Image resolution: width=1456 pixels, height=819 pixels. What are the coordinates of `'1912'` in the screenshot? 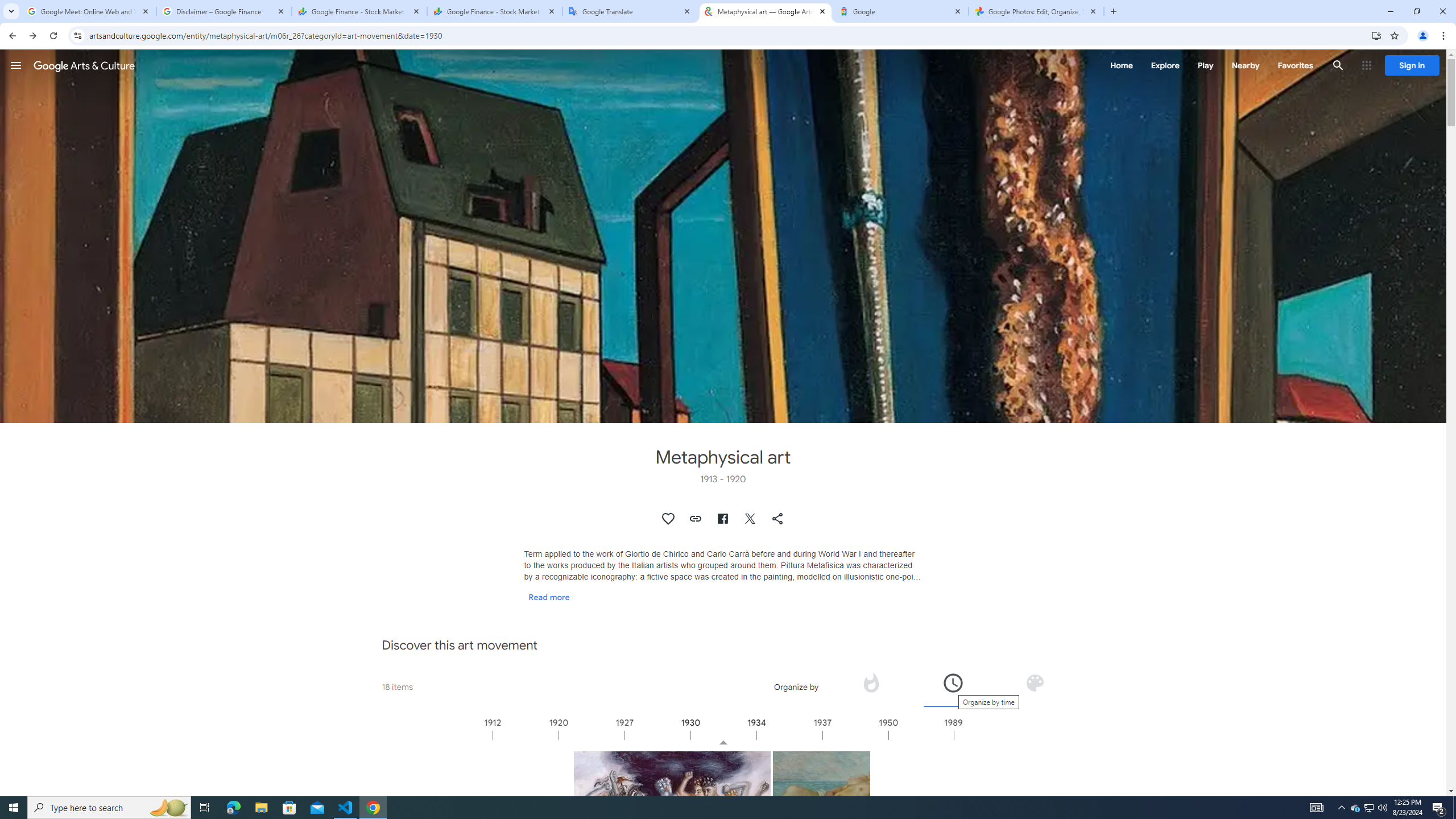 It's located at (526, 734).